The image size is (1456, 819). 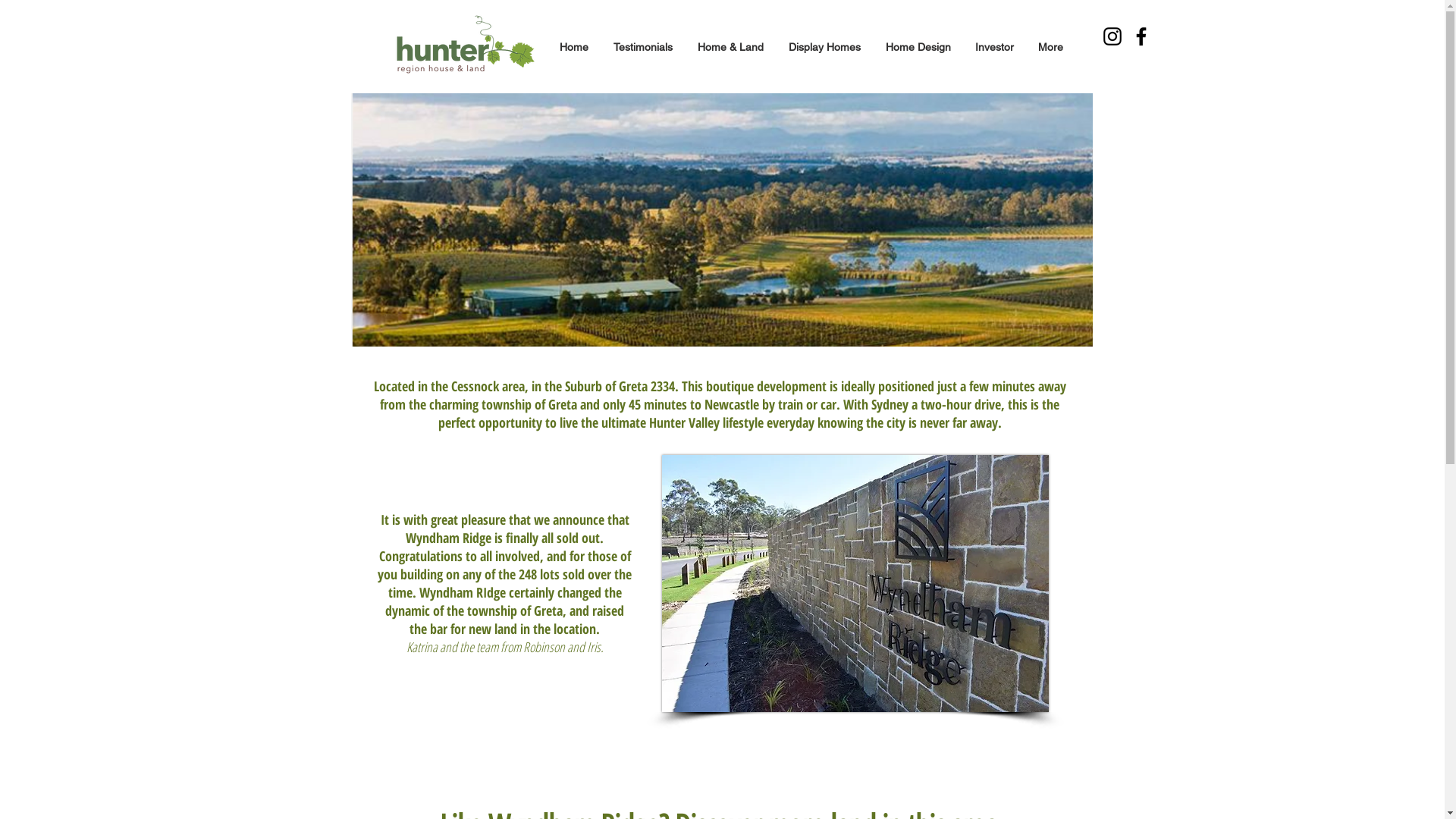 What do you see at coordinates (573, 45) in the screenshot?
I see `'Home'` at bounding box center [573, 45].